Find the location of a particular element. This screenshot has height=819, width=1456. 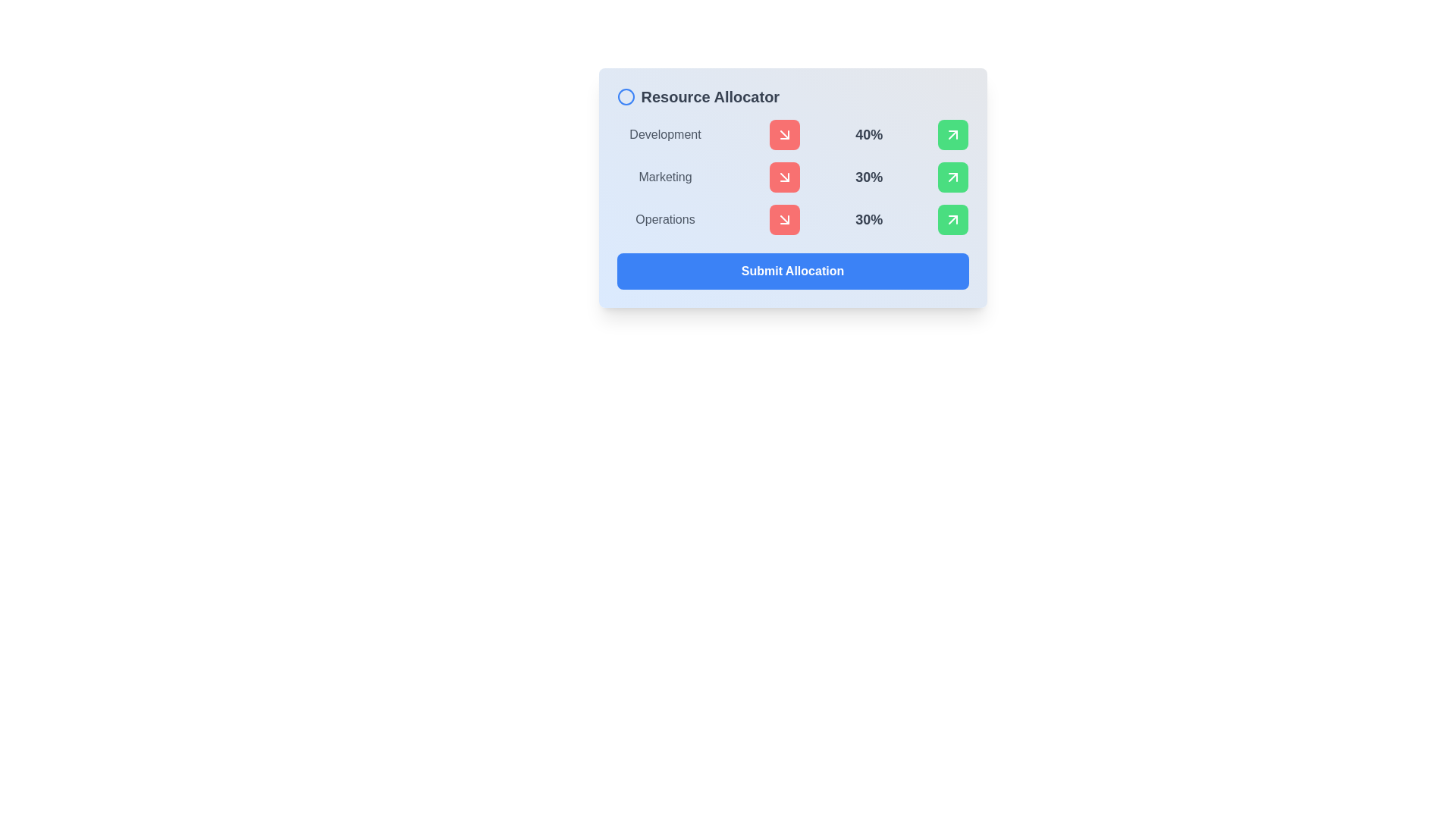

the 'Submit Allocation' button, which is a bright blue button with rounded corners and white bold text is located at coordinates (792, 271).